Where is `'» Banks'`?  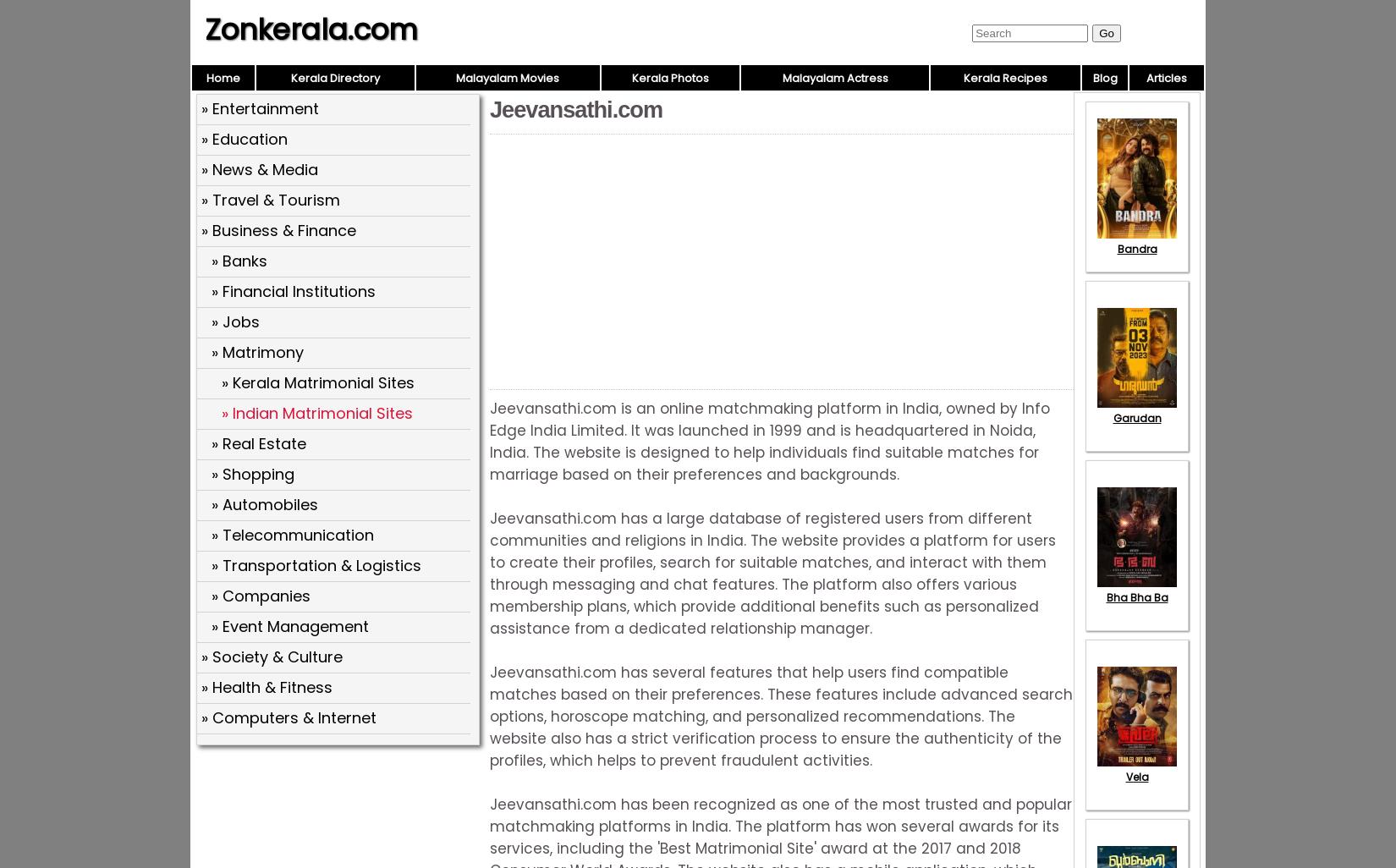
'» Banks' is located at coordinates (239, 261).